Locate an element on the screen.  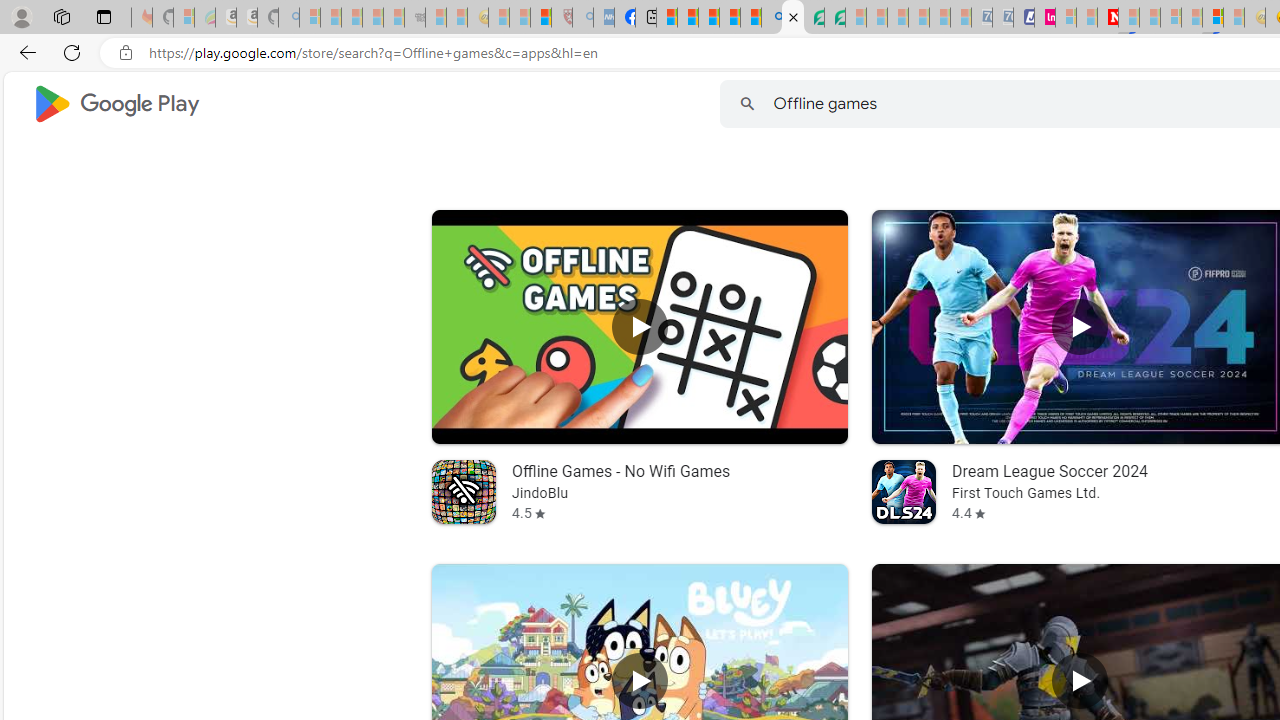
'list of asthma inhalers uk - Search - Sleeping' is located at coordinates (582, 17).